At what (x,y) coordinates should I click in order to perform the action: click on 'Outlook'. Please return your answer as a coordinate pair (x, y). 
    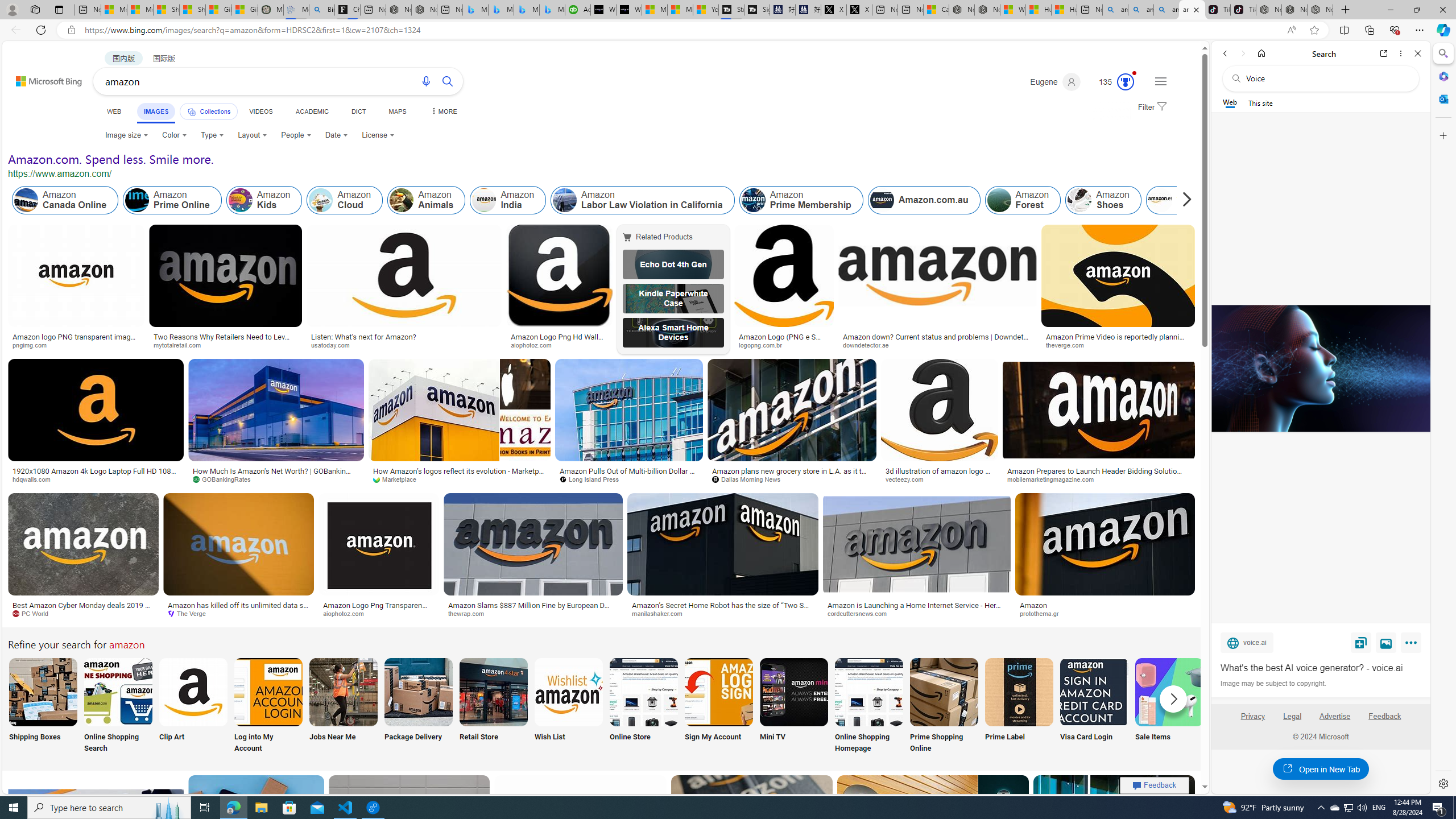
    Looking at the image, I should click on (1442, 98).